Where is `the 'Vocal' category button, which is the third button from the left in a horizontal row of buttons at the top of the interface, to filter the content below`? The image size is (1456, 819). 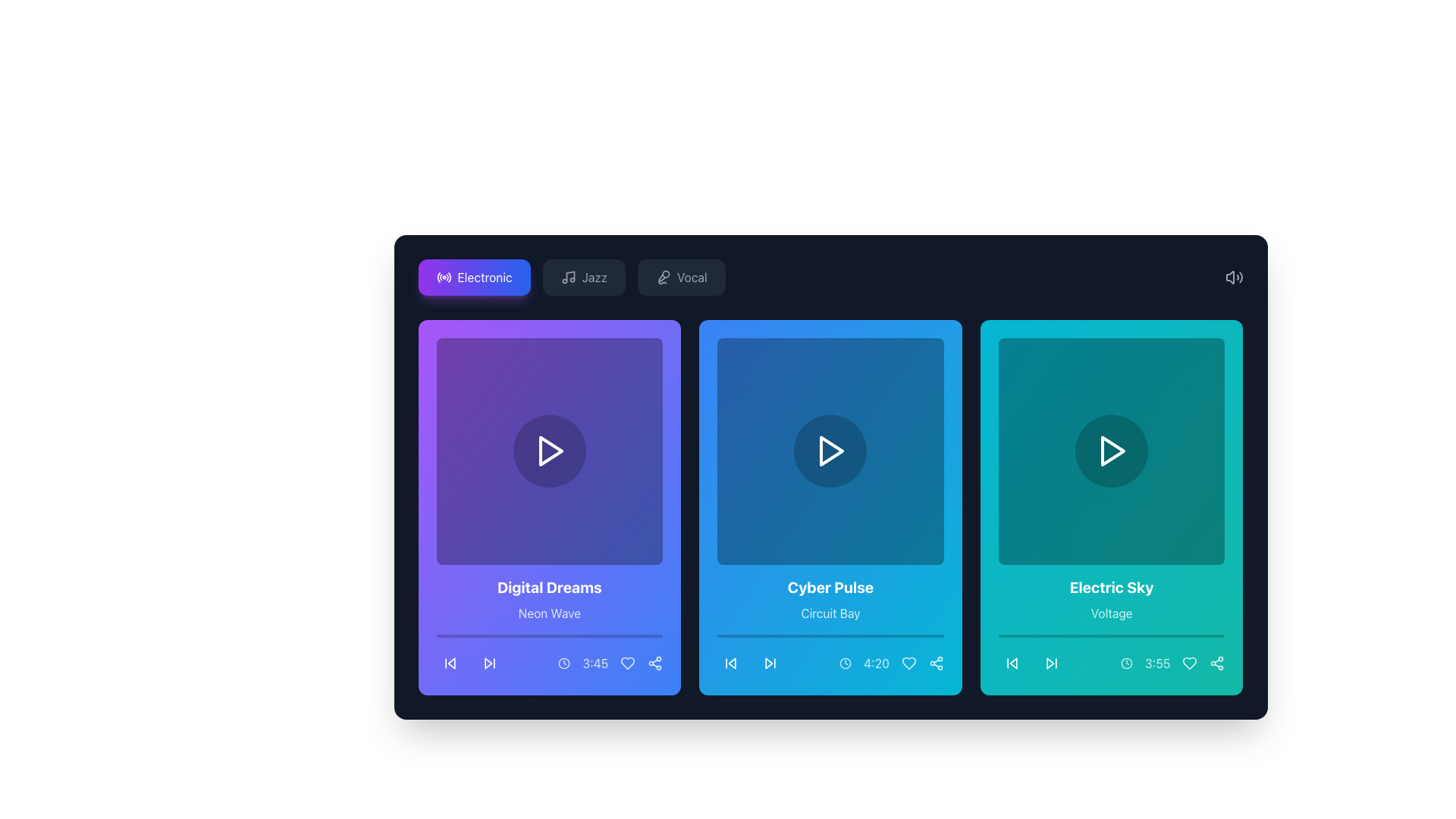
the 'Vocal' category button, which is the third button from the left in a horizontal row of buttons at the top of the interface, to filter the content below is located at coordinates (680, 278).